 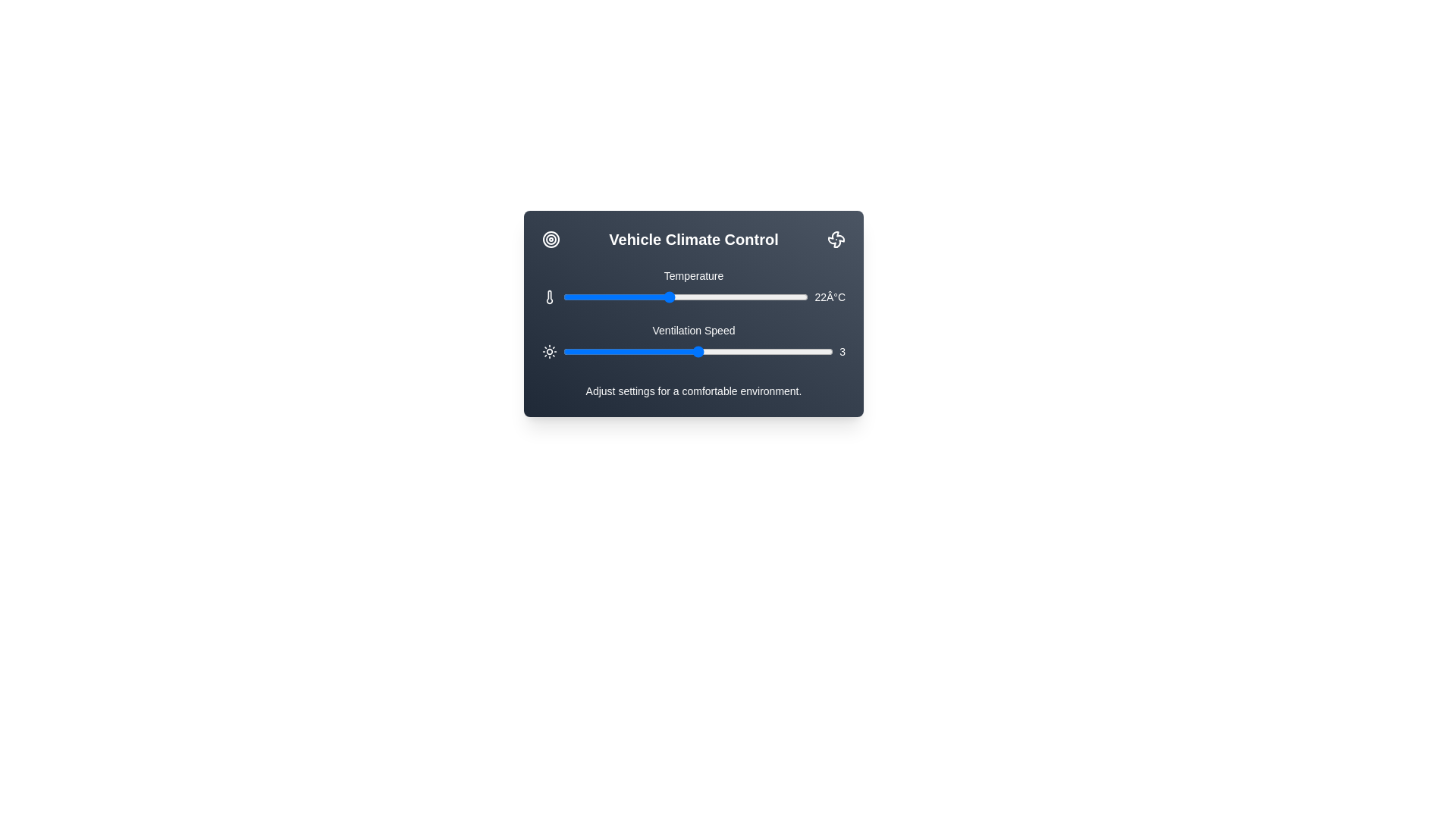 I want to click on the temperature slider to set the temperature to 22 degrees Celsius, so click(x=667, y=297).